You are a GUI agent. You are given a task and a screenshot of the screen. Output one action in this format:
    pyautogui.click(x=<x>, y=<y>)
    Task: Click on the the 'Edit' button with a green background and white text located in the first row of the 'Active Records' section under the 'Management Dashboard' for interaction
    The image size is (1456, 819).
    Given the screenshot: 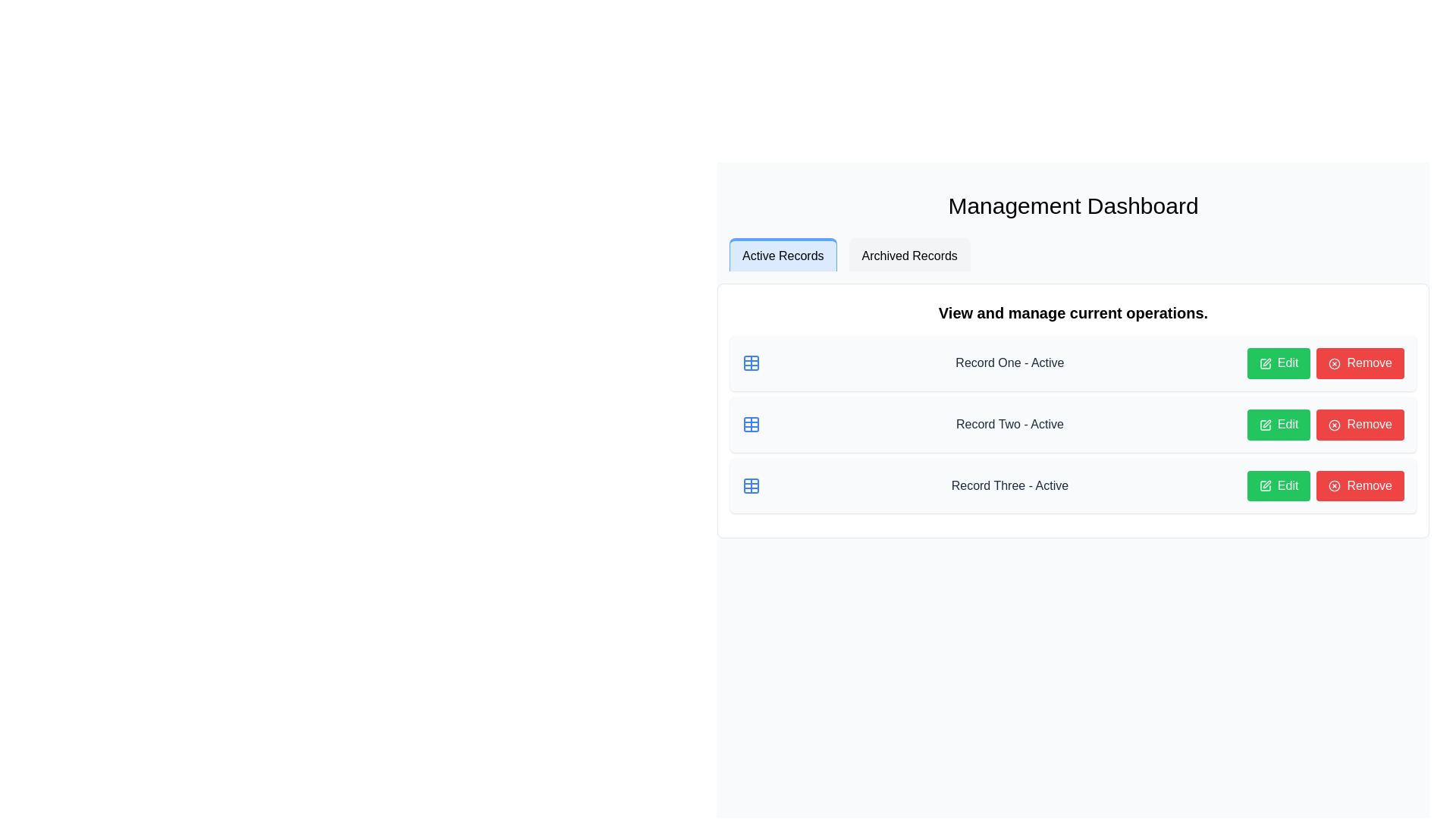 What is the action you would take?
    pyautogui.click(x=1278, y=363)
    